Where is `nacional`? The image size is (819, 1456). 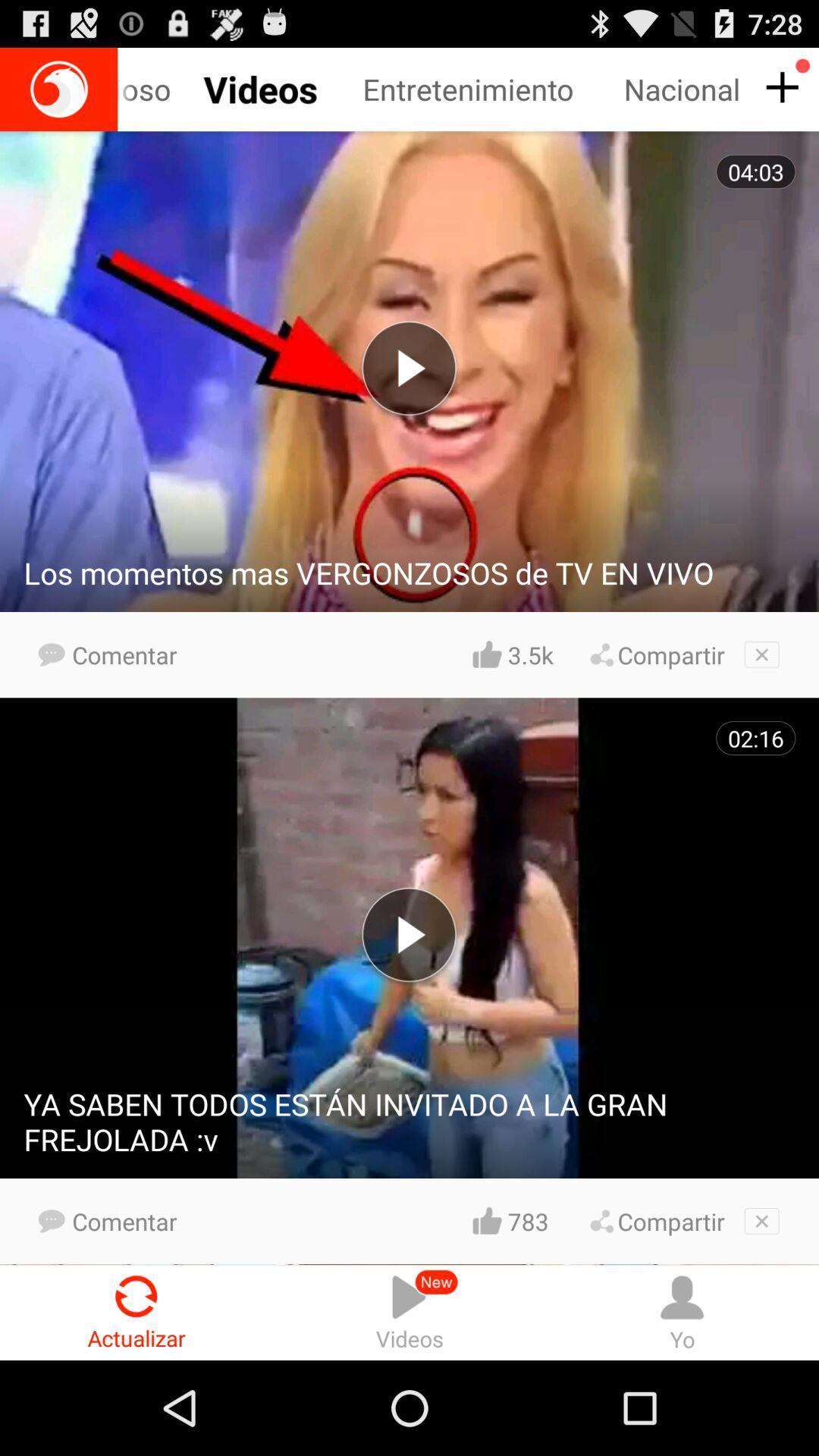 nacional is located at coordinates (684, 89).